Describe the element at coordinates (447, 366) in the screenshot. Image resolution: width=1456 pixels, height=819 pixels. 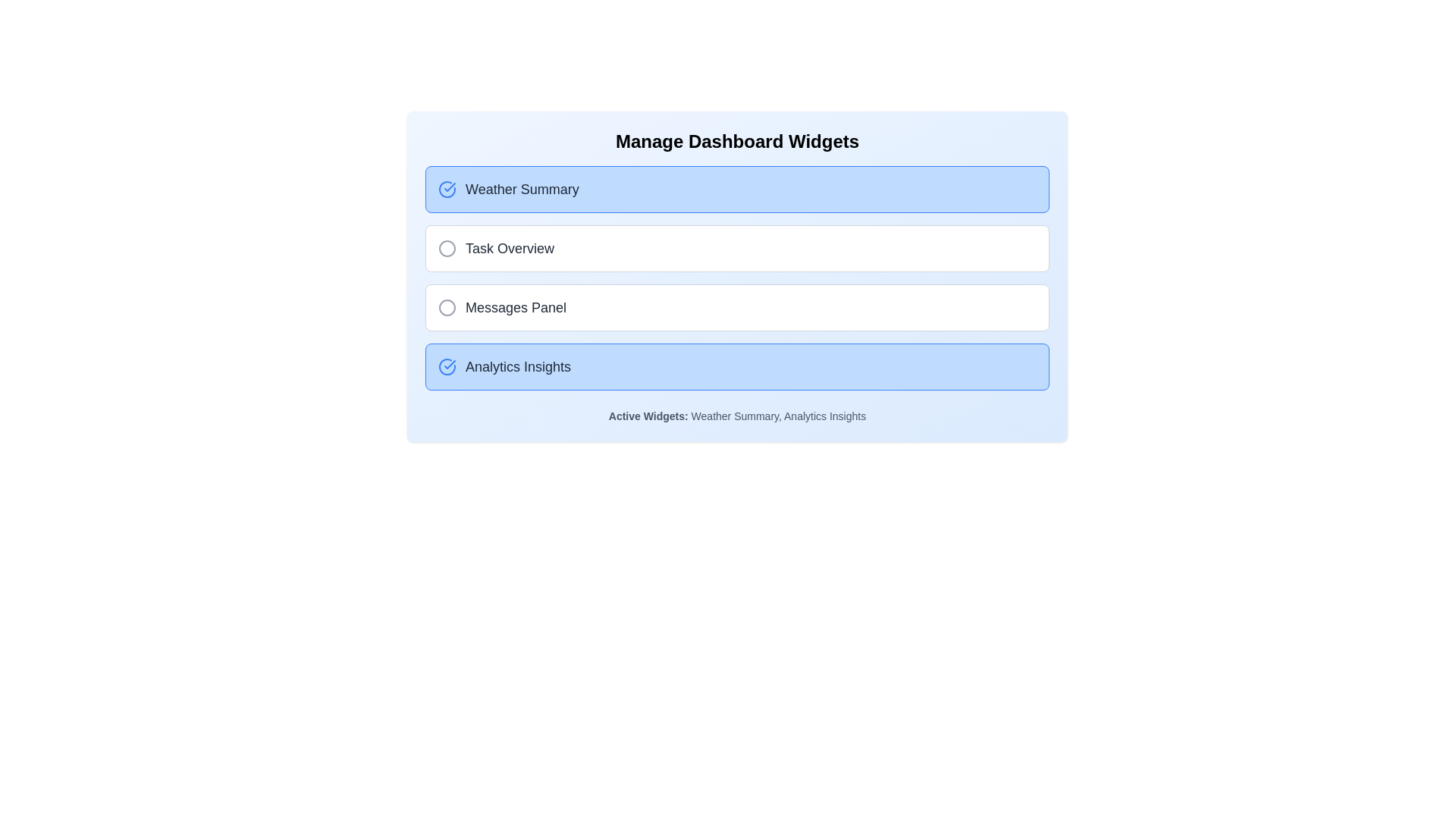
I see `the circular blue checkmark icon located to the left of the 'Analytics Insights' text` at that location.